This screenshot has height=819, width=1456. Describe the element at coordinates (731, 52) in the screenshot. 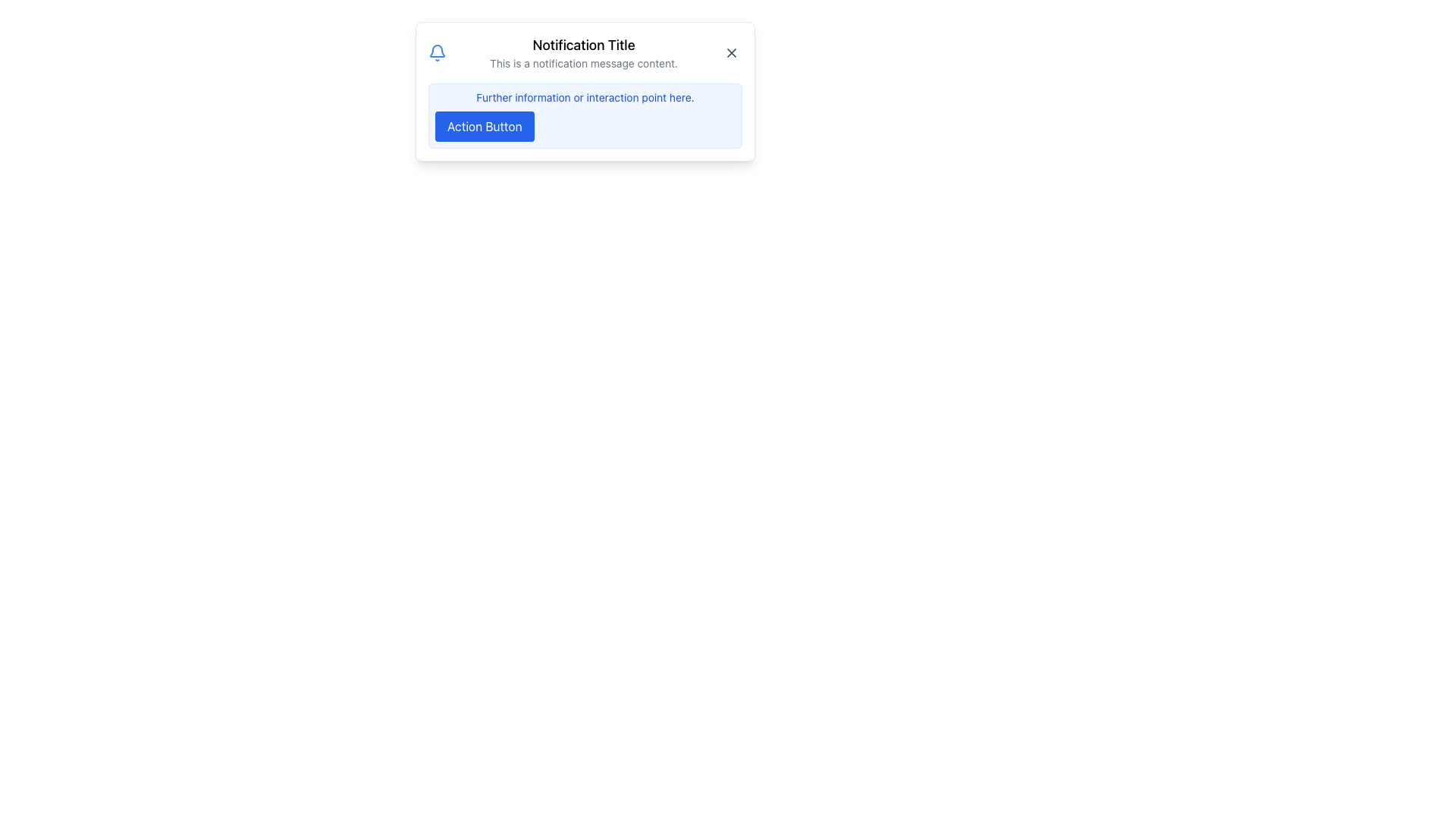

I see `the close button icon located in the top-right corner of the notification card` at that location.